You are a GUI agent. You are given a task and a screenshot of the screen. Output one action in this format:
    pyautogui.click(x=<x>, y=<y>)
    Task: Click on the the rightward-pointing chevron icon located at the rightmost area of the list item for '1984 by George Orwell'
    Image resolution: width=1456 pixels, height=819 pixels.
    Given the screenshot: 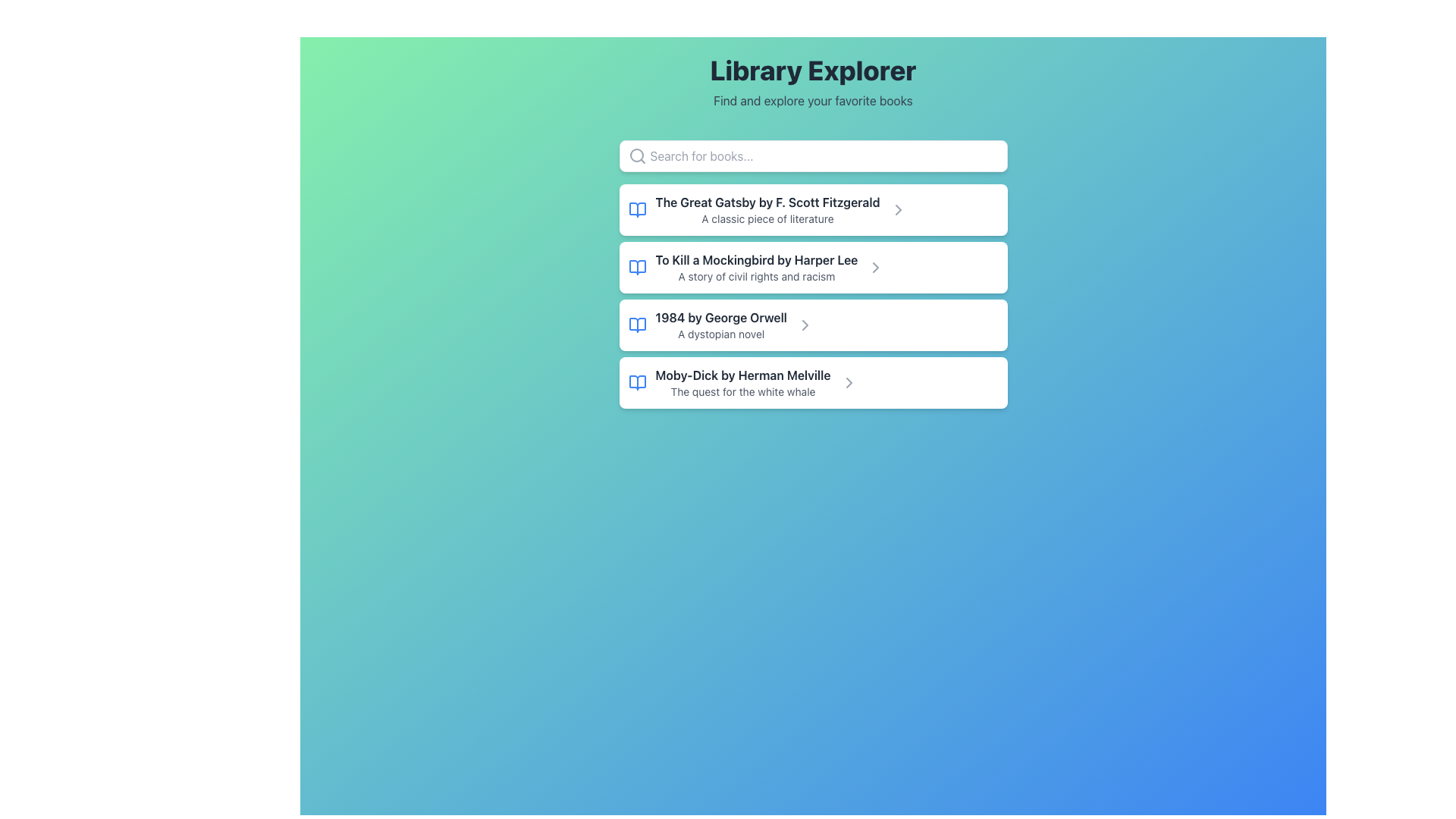 What is the action you would take?
    pyautogui.click(x=804, y=324)
    